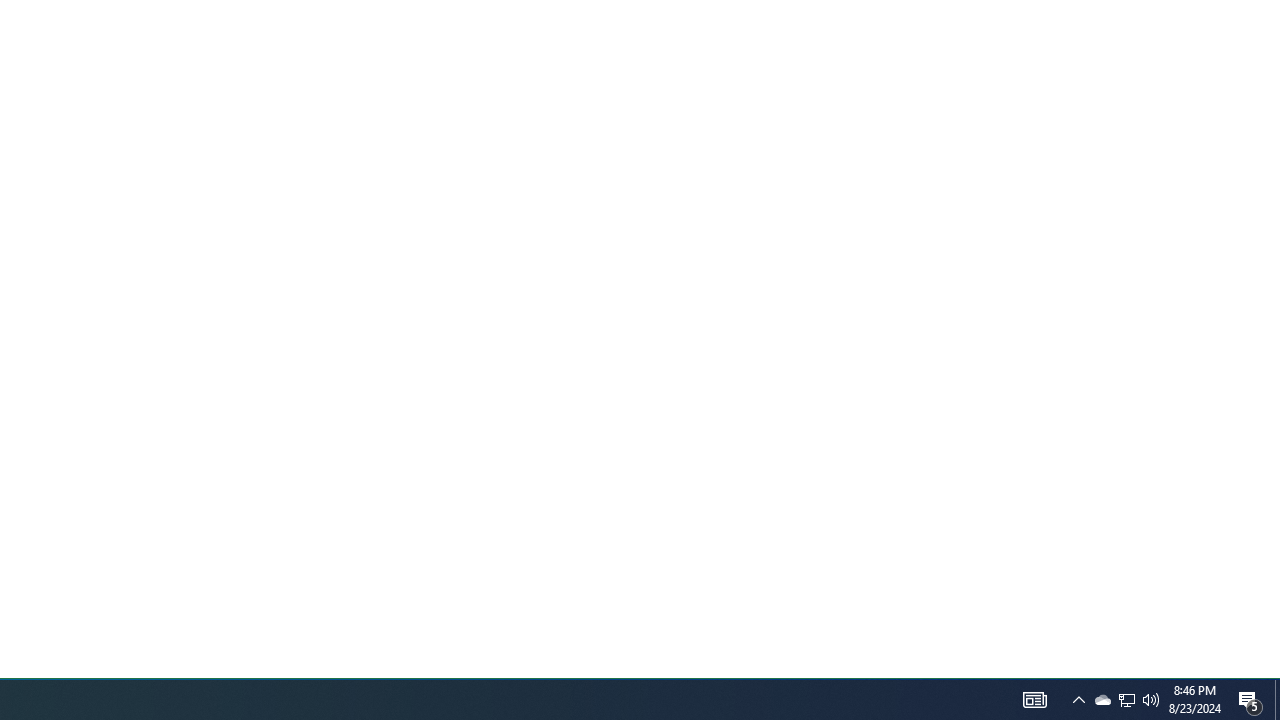 This screenshot has width=1280, height=720. Describe the element at coordinates (1101, 698) in the screenshot. I see `'User Promoted Notification Area'` at that location.